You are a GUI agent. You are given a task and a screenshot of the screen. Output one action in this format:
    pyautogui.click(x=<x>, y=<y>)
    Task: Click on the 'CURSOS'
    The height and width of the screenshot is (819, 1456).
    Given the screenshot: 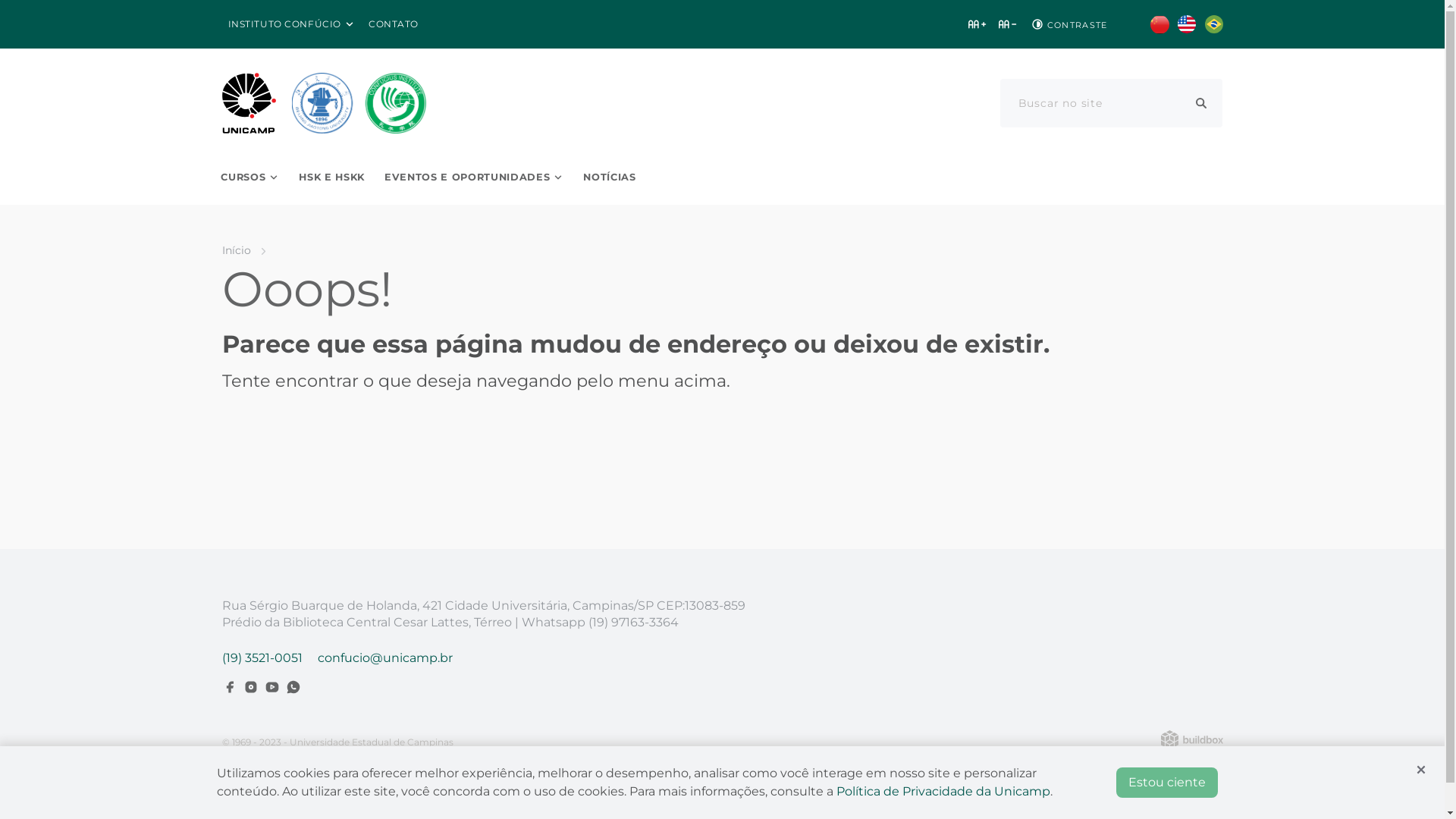 What is the action you would take?
    pyautogui.click(x=210, y=177)
    